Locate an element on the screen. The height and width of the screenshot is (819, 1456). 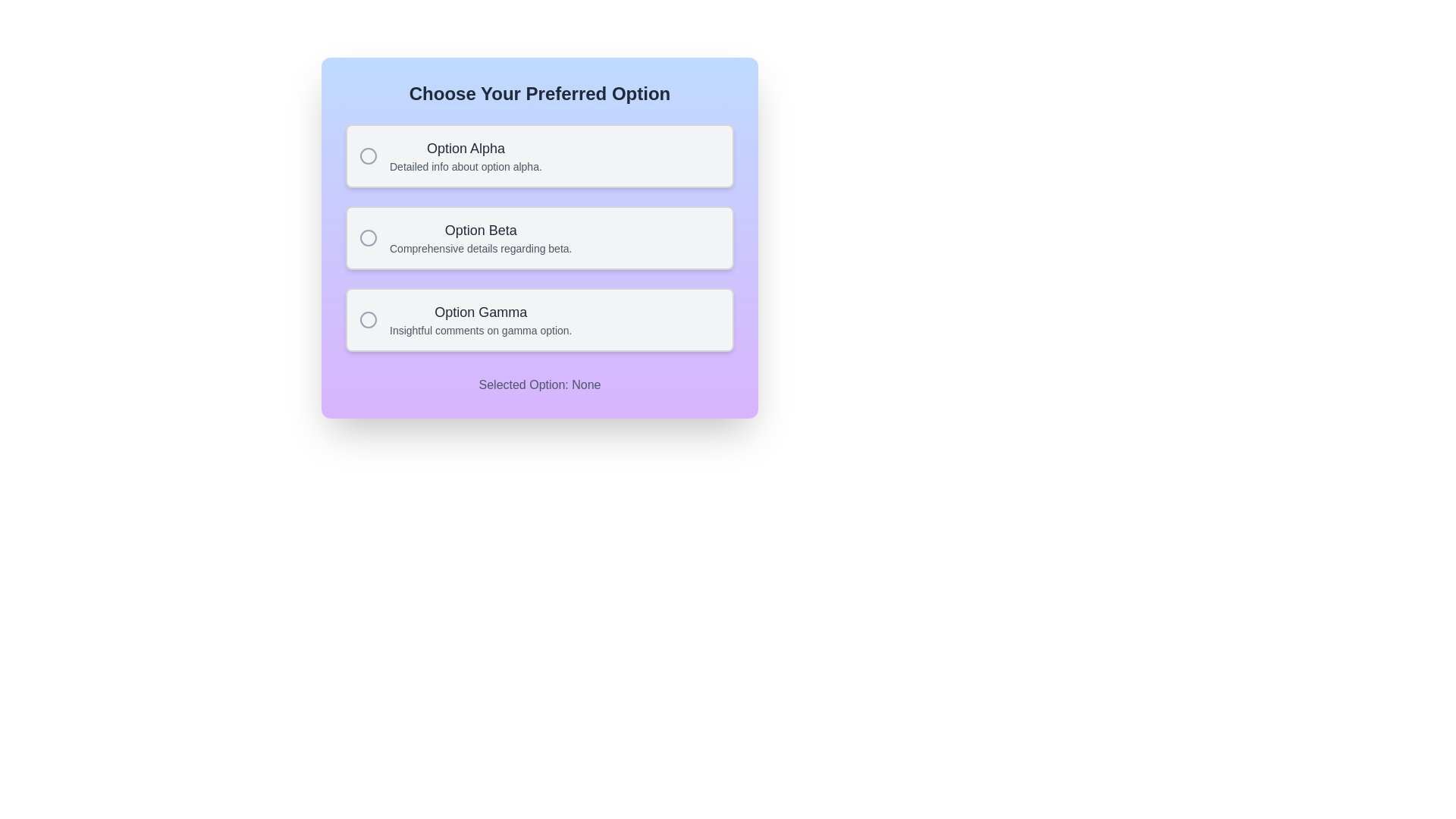
the RadioButton associated with 'Option Gamma' is located at coordinates (368, 318).